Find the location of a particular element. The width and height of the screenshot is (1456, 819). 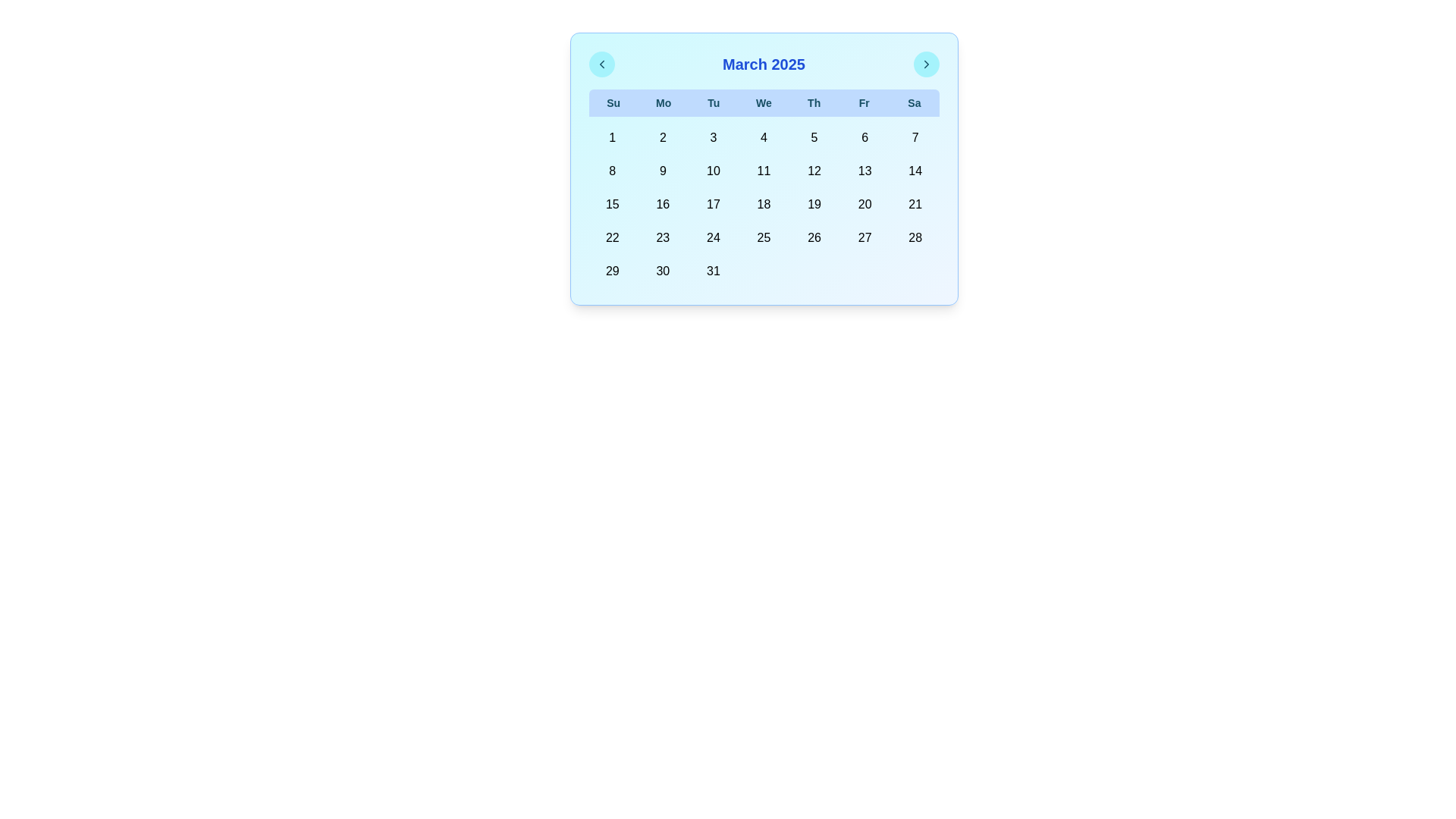

the header row of the calendar grid, which provides day-of-the-week labels and is located just below the title 'March 2025' is located at coordinates (764, 102).